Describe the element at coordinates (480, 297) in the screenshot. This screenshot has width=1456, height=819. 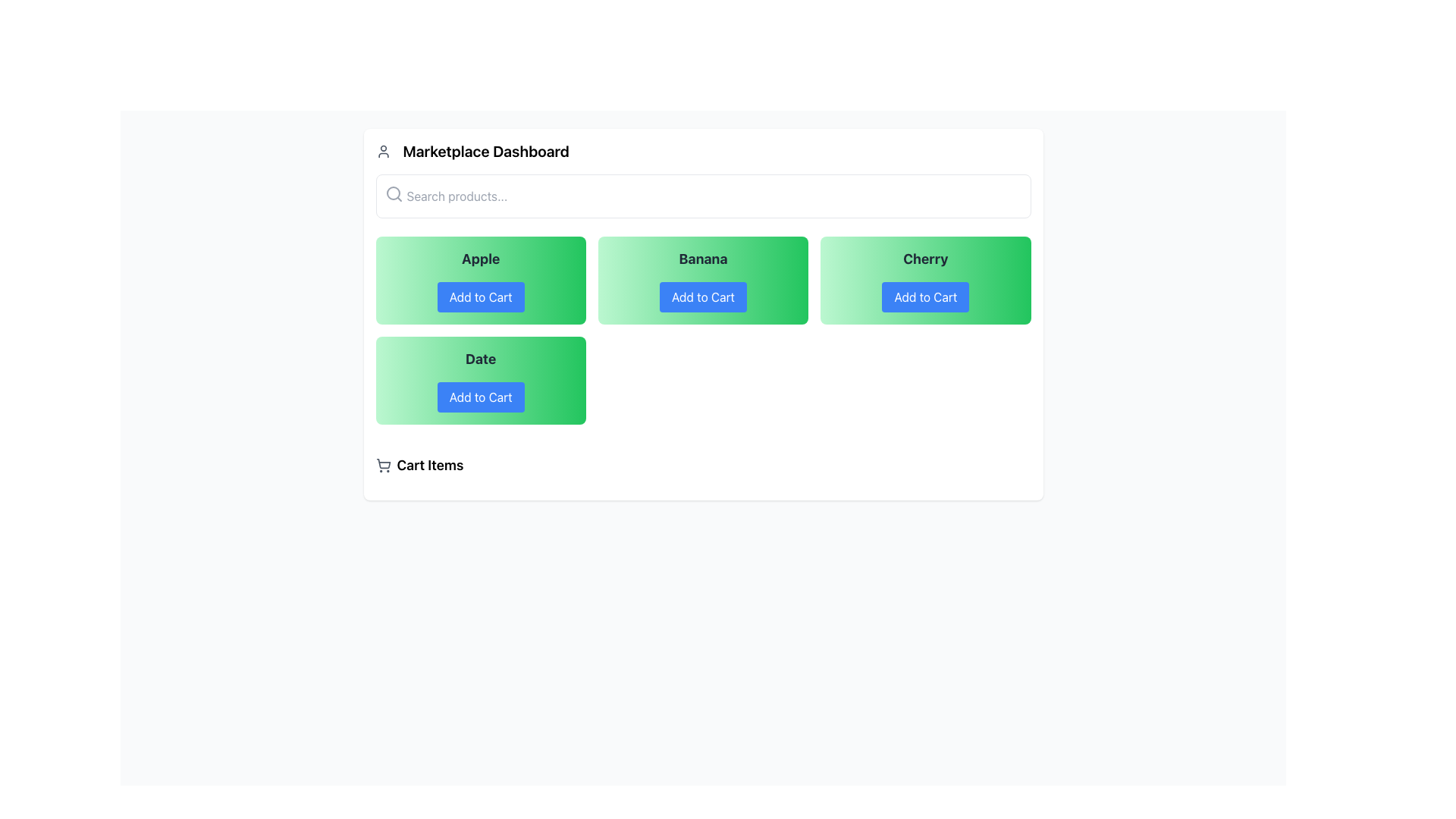
I see `the button that allows users to add 'Apple' to their shopping cart to observe the hover effect` at that location.